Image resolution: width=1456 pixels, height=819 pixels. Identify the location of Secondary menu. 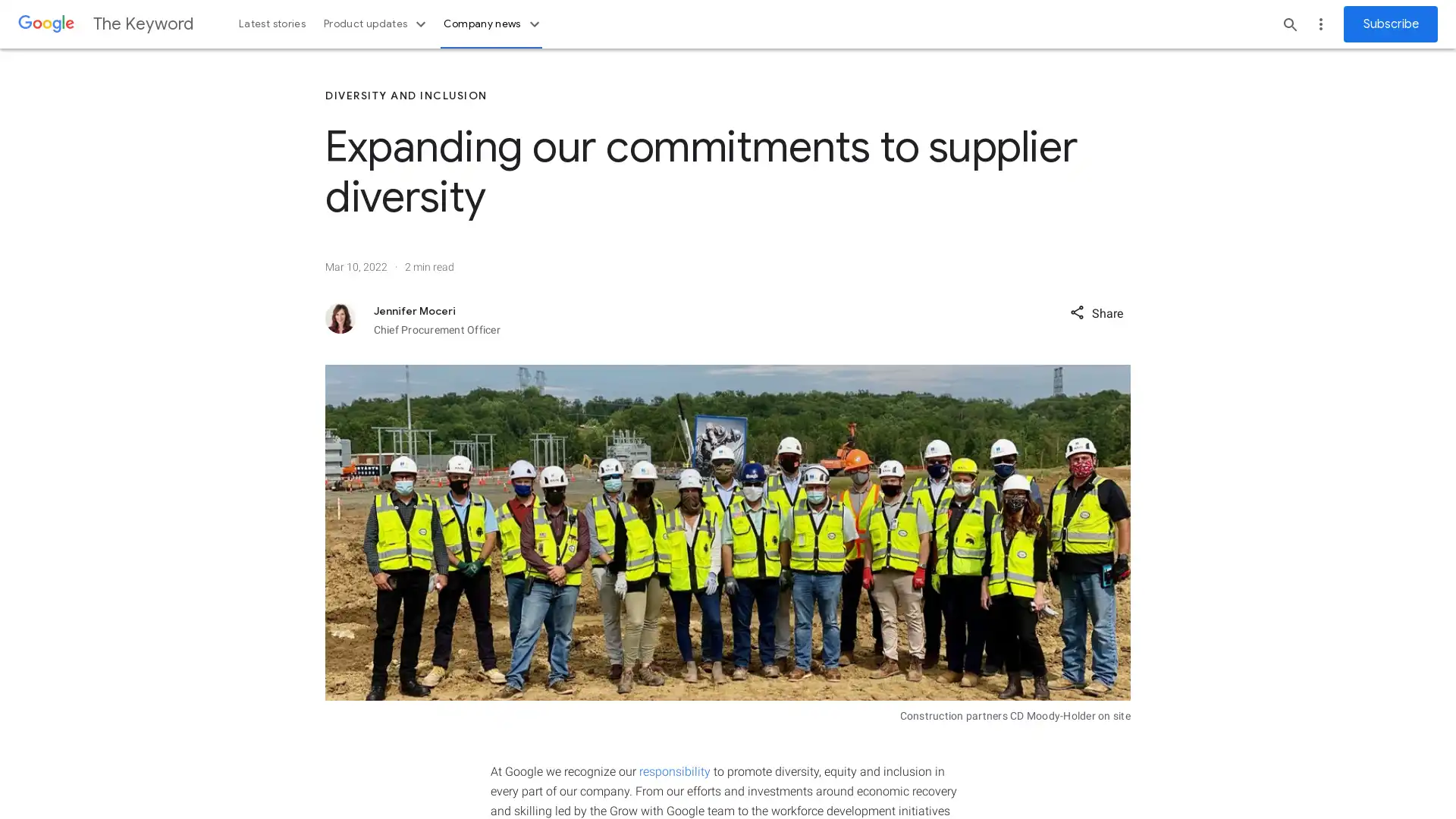
(1320, 24).